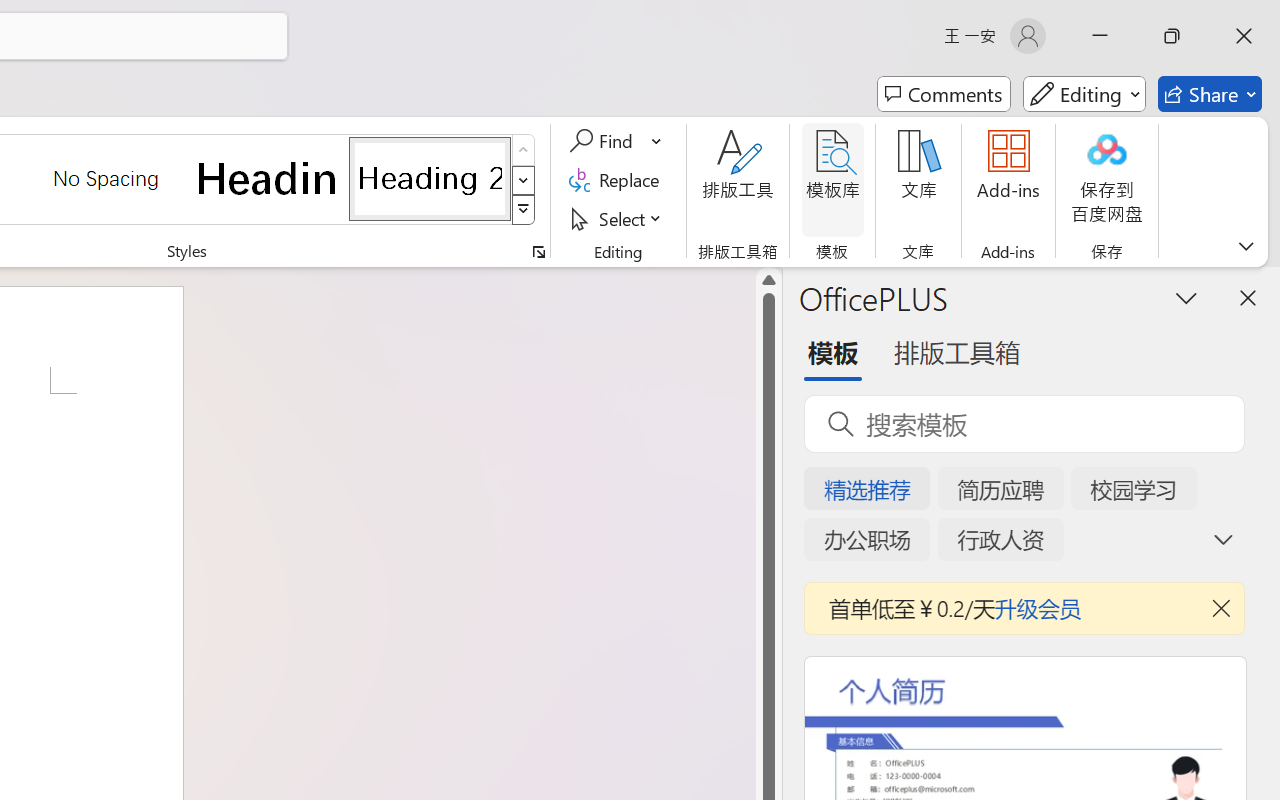  Describe the element at coordinates (1172, 35) in the screenshot. I see `'Restore Down'` at that location.